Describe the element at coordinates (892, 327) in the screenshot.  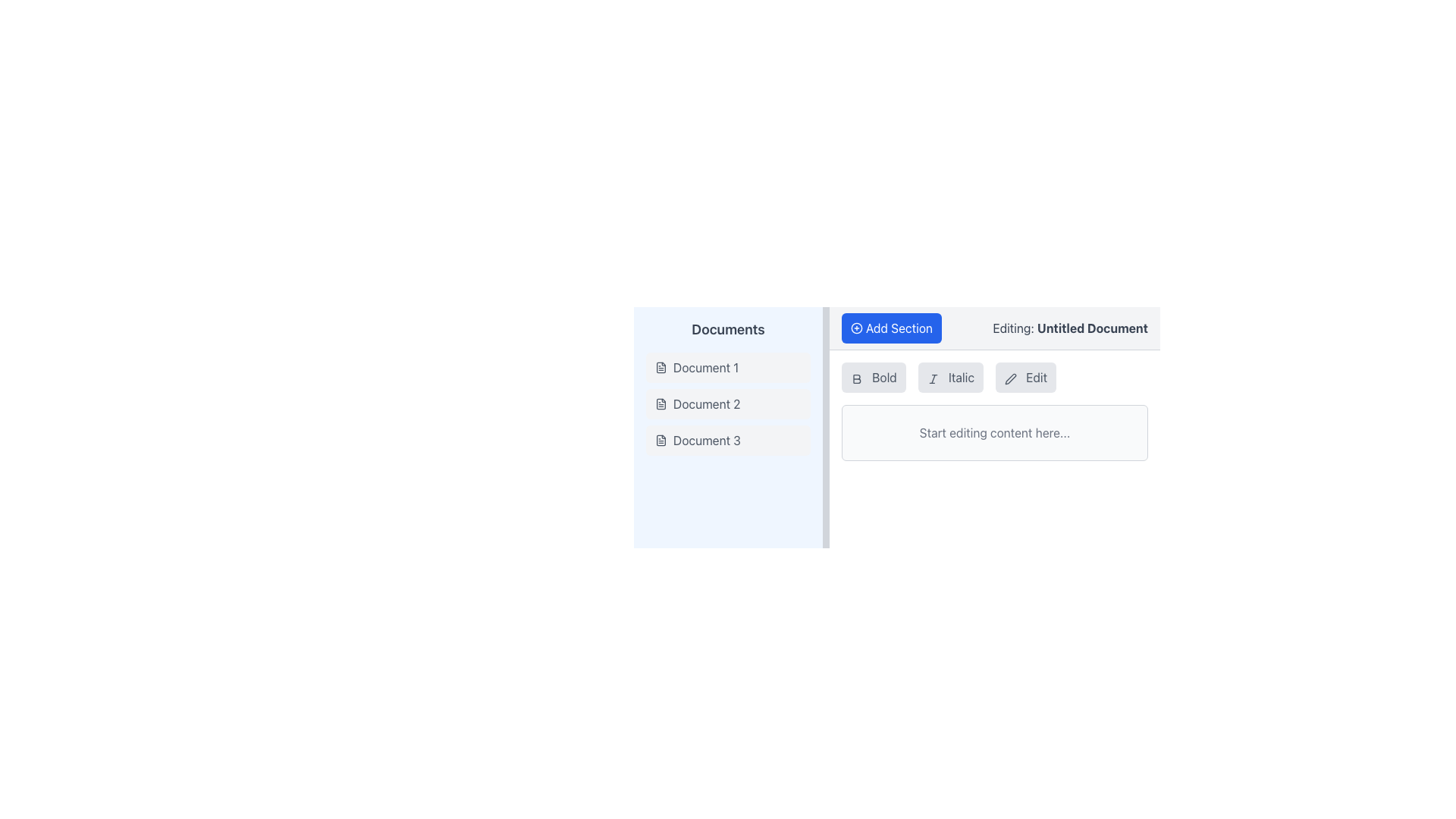
I see `the button with a blue background and white text reading 'Add Section' for keyboard navigation` at that location.